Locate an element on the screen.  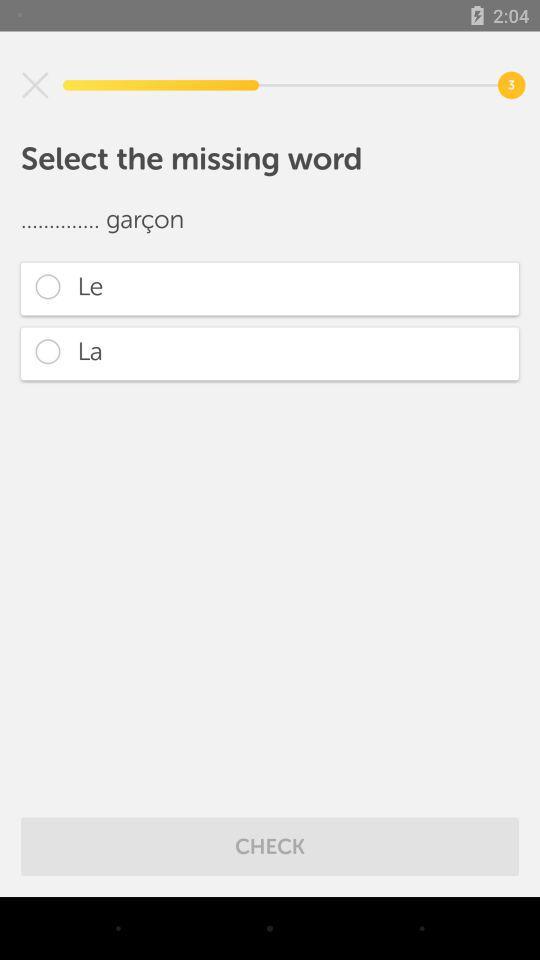
the item below le item is located at coordinates (270, 353).